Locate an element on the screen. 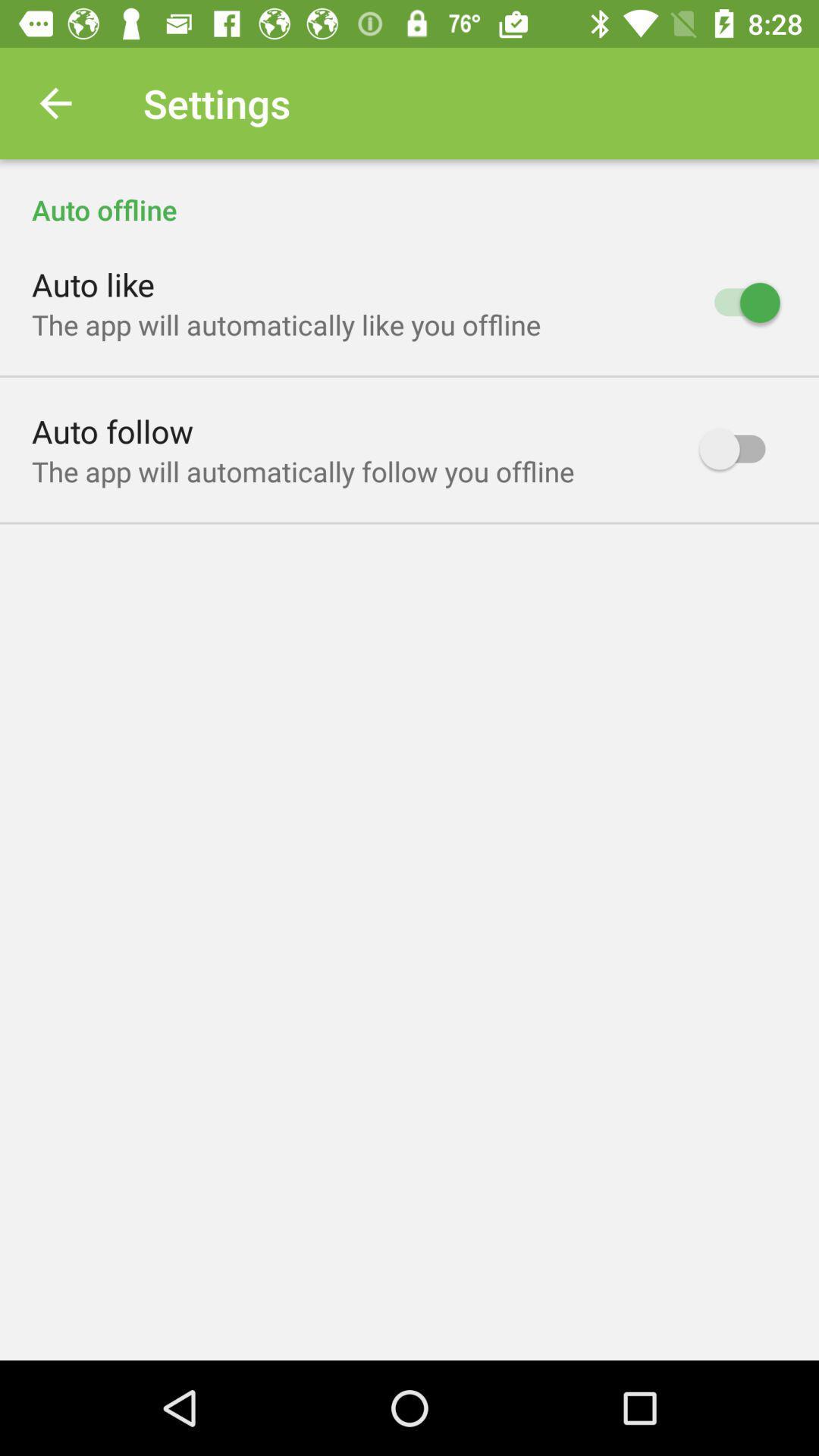 The width and height of the screenshot is (819, 1456). the auto offline is located at coordinates (409, 193).